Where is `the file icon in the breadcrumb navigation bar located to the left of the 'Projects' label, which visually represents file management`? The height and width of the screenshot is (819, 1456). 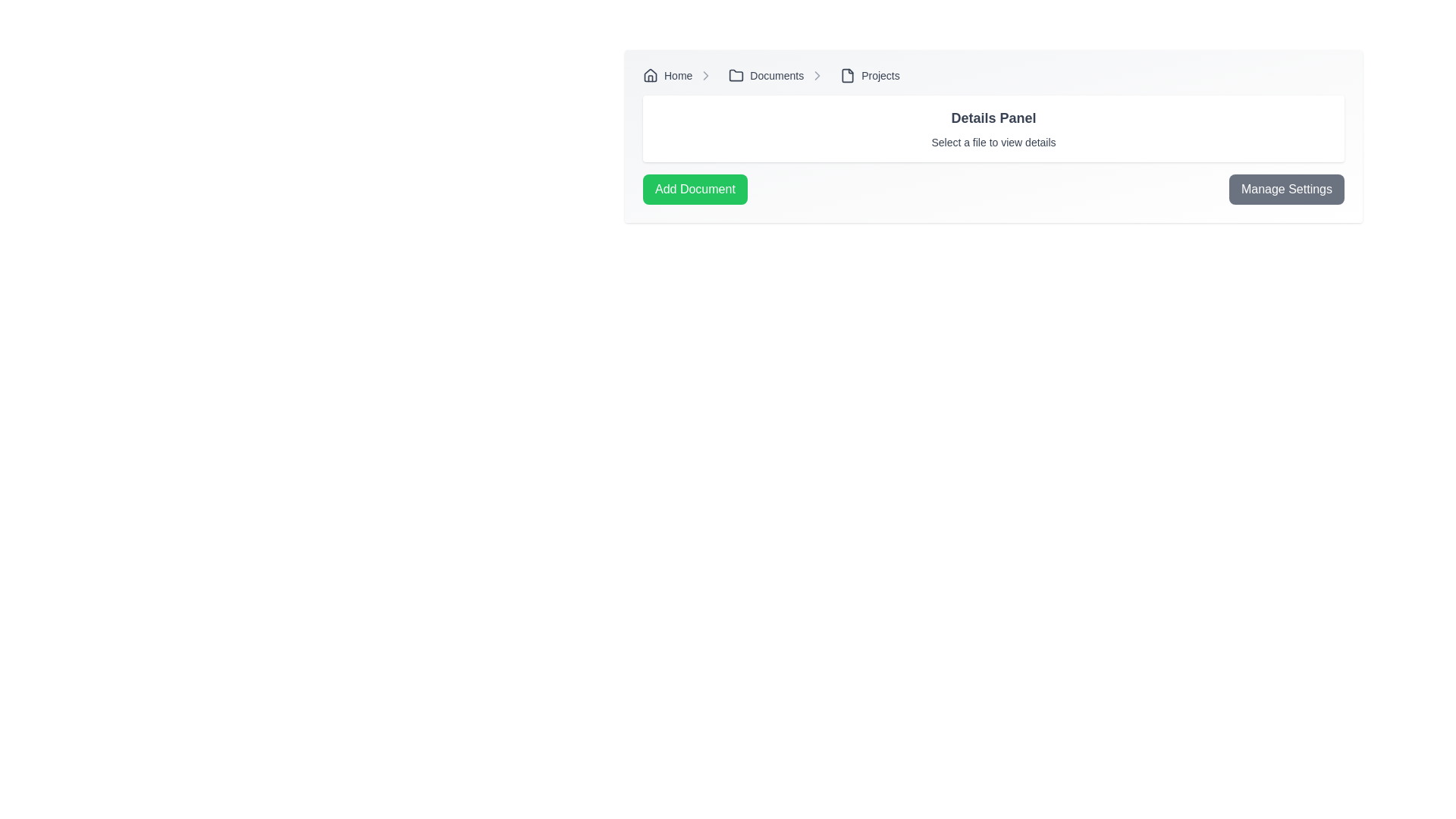 the file icon in the breadcrumb navigation bar located to the left of the 'Projects' label, which visually represents file management is located at coordinates (847, 76).